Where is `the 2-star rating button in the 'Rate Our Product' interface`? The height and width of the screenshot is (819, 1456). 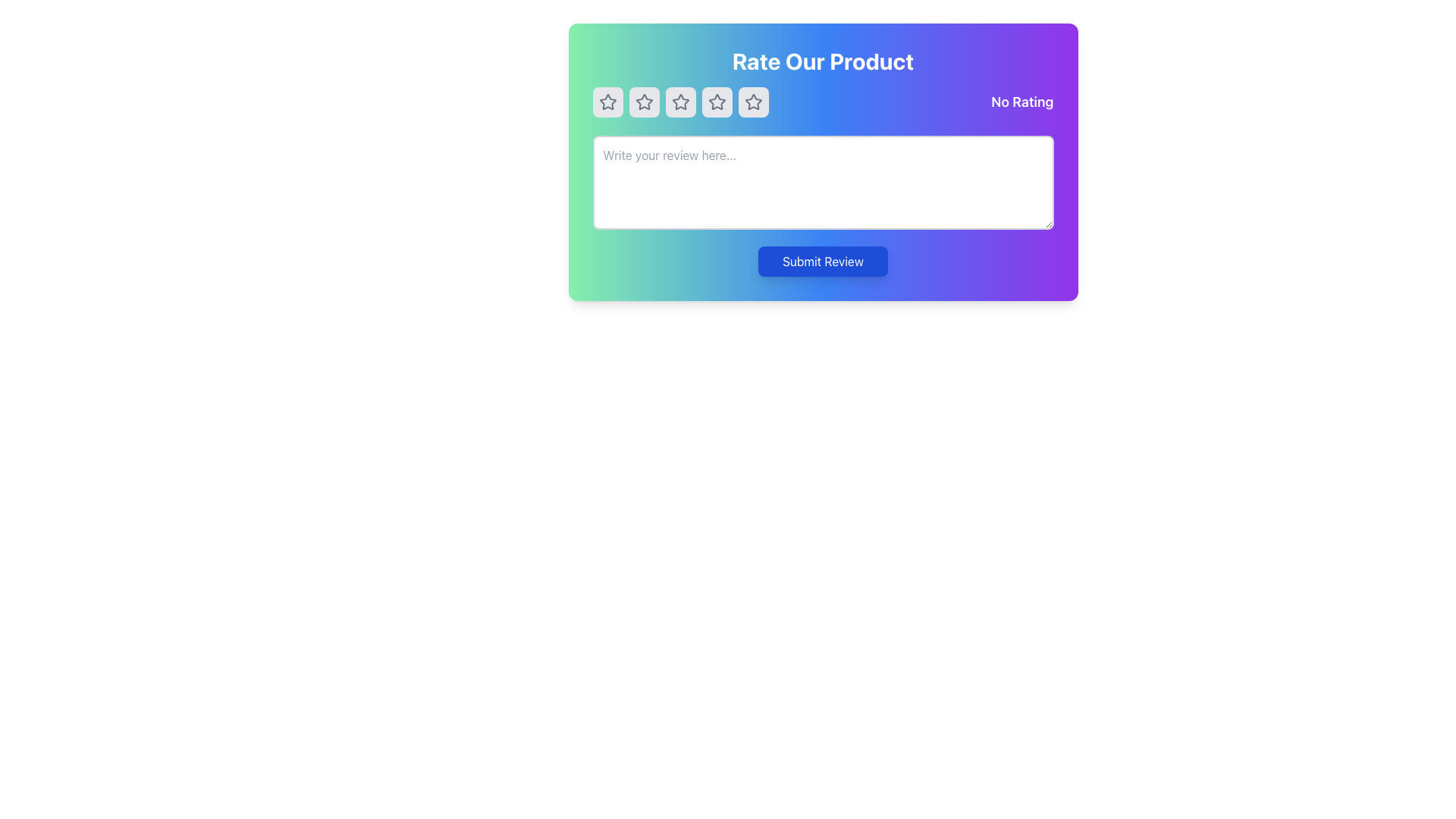 the 2-star rating button in the 'Rate Our Product' interface is located at coordinates (644, 102).